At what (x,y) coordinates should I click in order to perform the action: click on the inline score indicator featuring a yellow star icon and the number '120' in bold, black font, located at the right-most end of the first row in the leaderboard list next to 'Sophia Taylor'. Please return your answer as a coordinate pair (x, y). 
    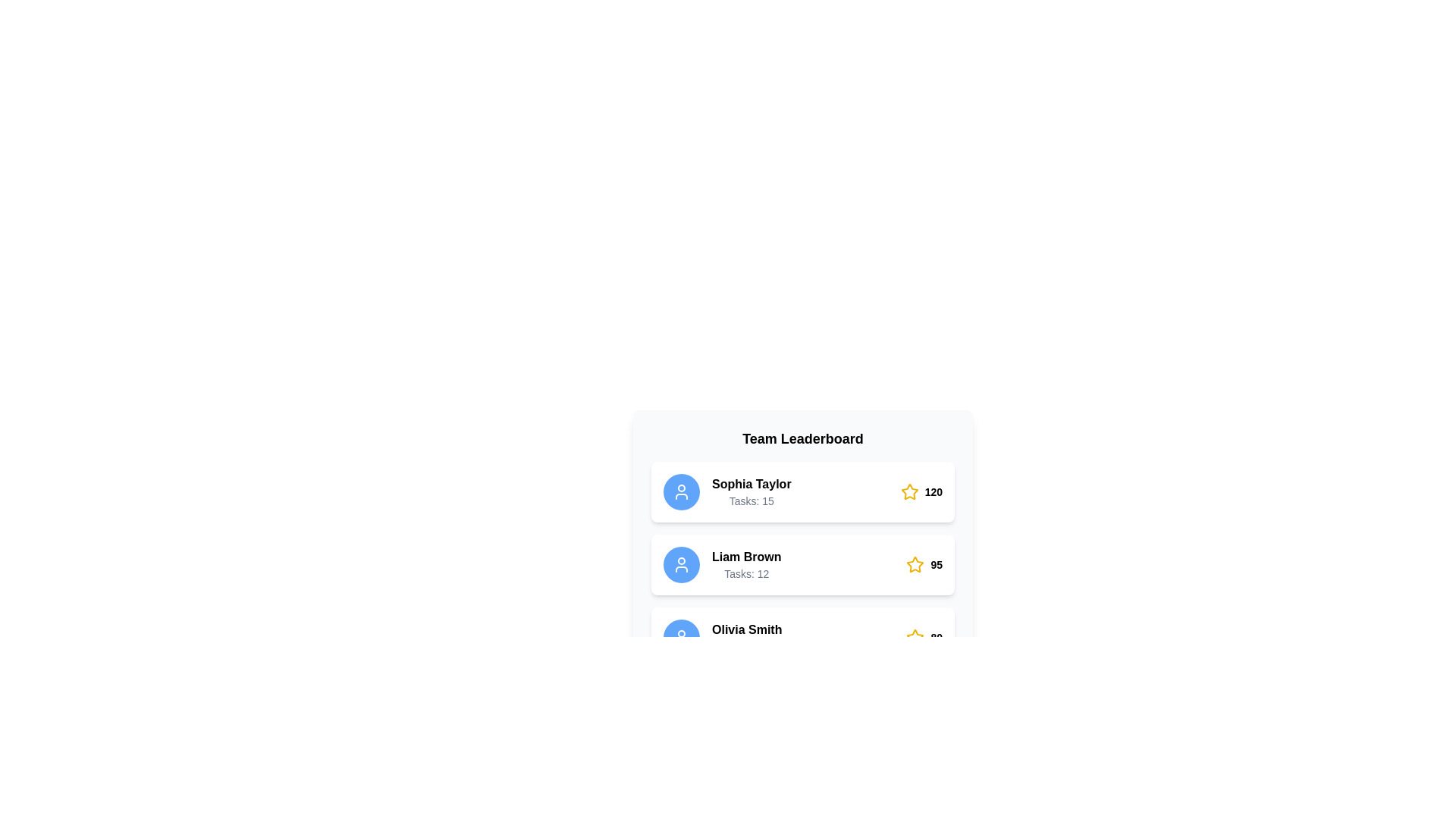
    Looking at the image, I should click on (921, 491).